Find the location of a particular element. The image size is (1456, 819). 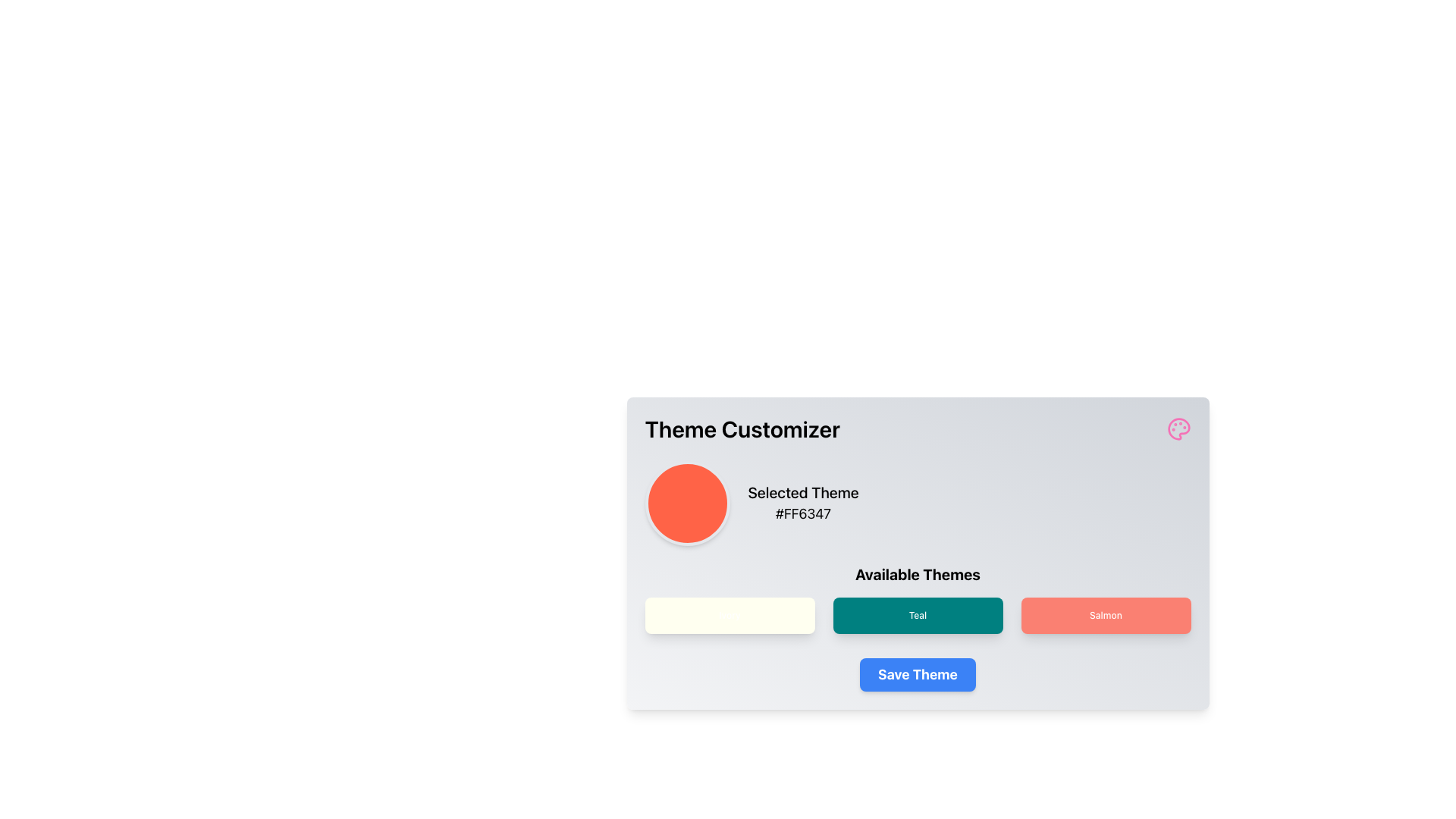

the 'Save Theme' button, which is a rectangular button with a blue background and white text, located in the 'Theme Customizer' modal section is located at coordinates (917, 674).